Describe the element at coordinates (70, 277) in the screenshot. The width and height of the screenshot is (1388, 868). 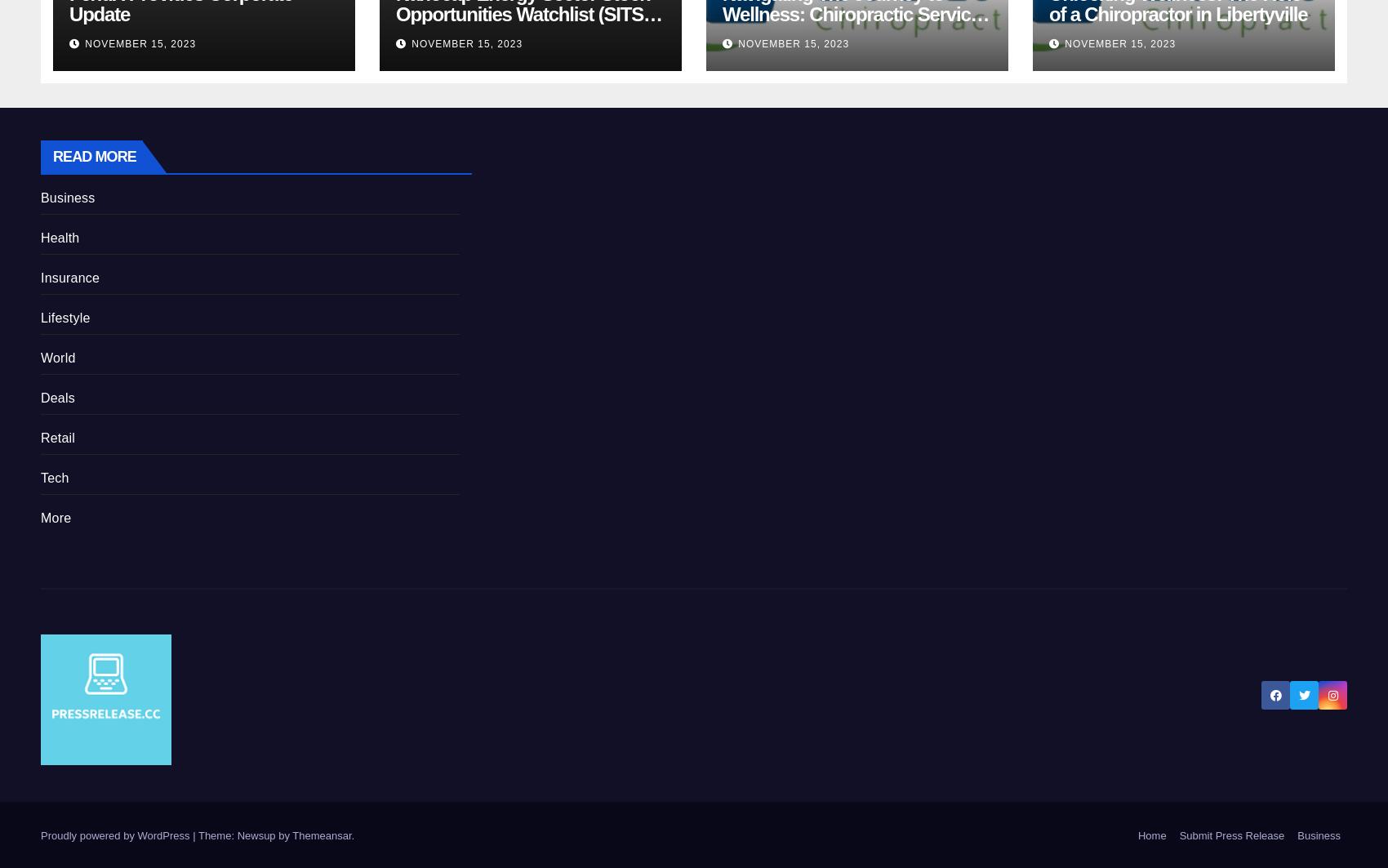
I see `'Insurance'` at that location.